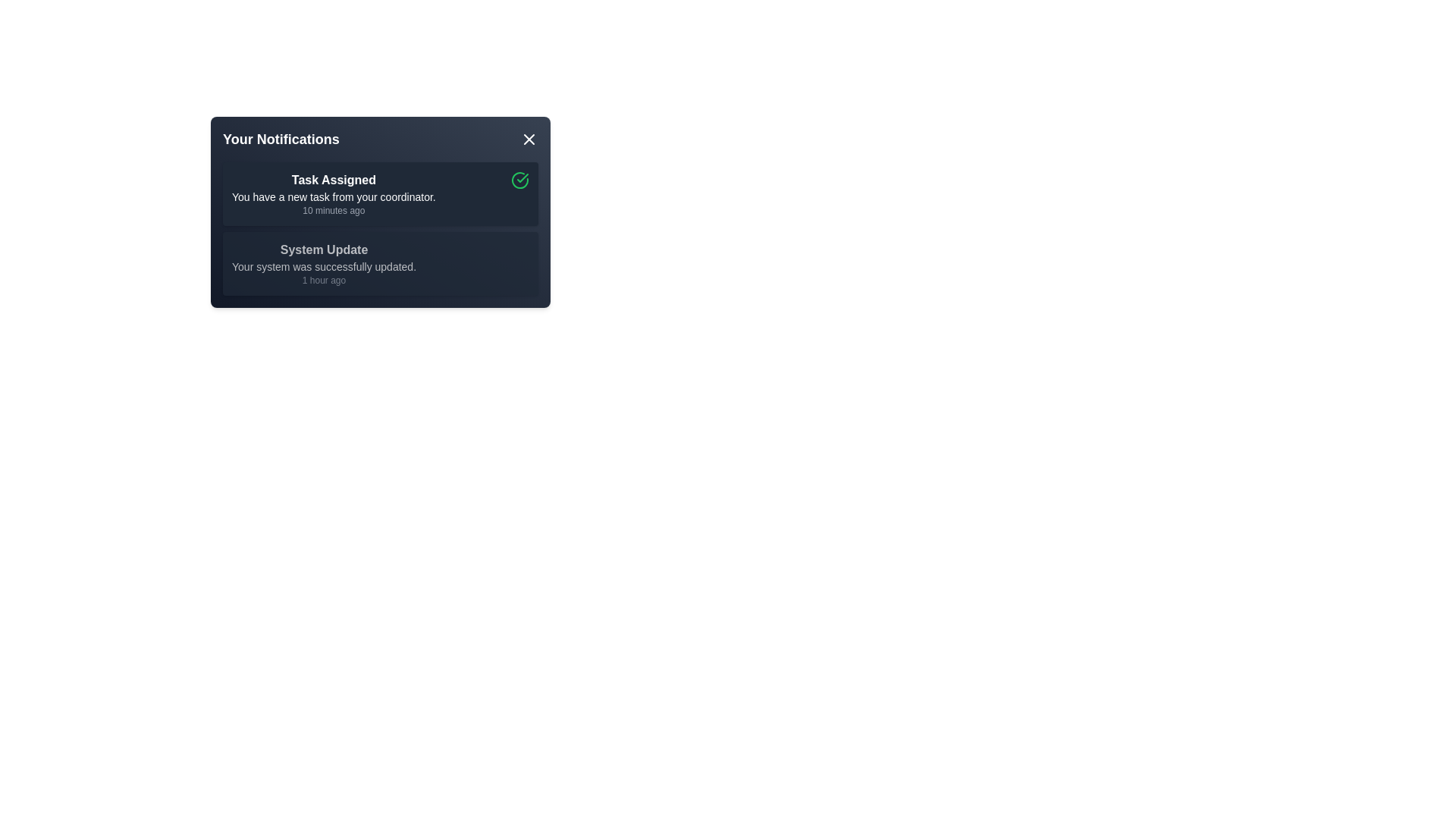 The height and width of the screenshot is (819, 1456). I want to click on the text label that says 'You have a new task from your coordinator.' located below the 'Task Assigned' label in the notification panel, so click(333, 196).